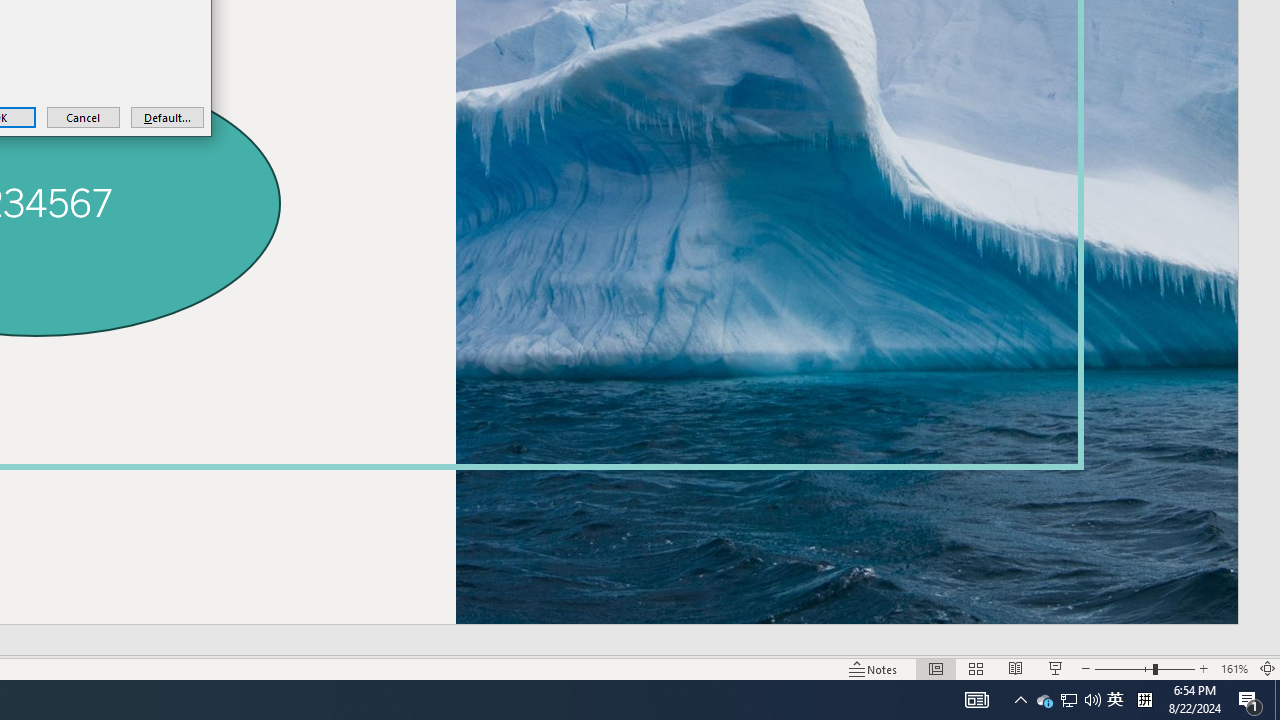 Image resolution: width=1280 pixels, height=720 pixels. I want to click on 'Default...', so click(167, 117).